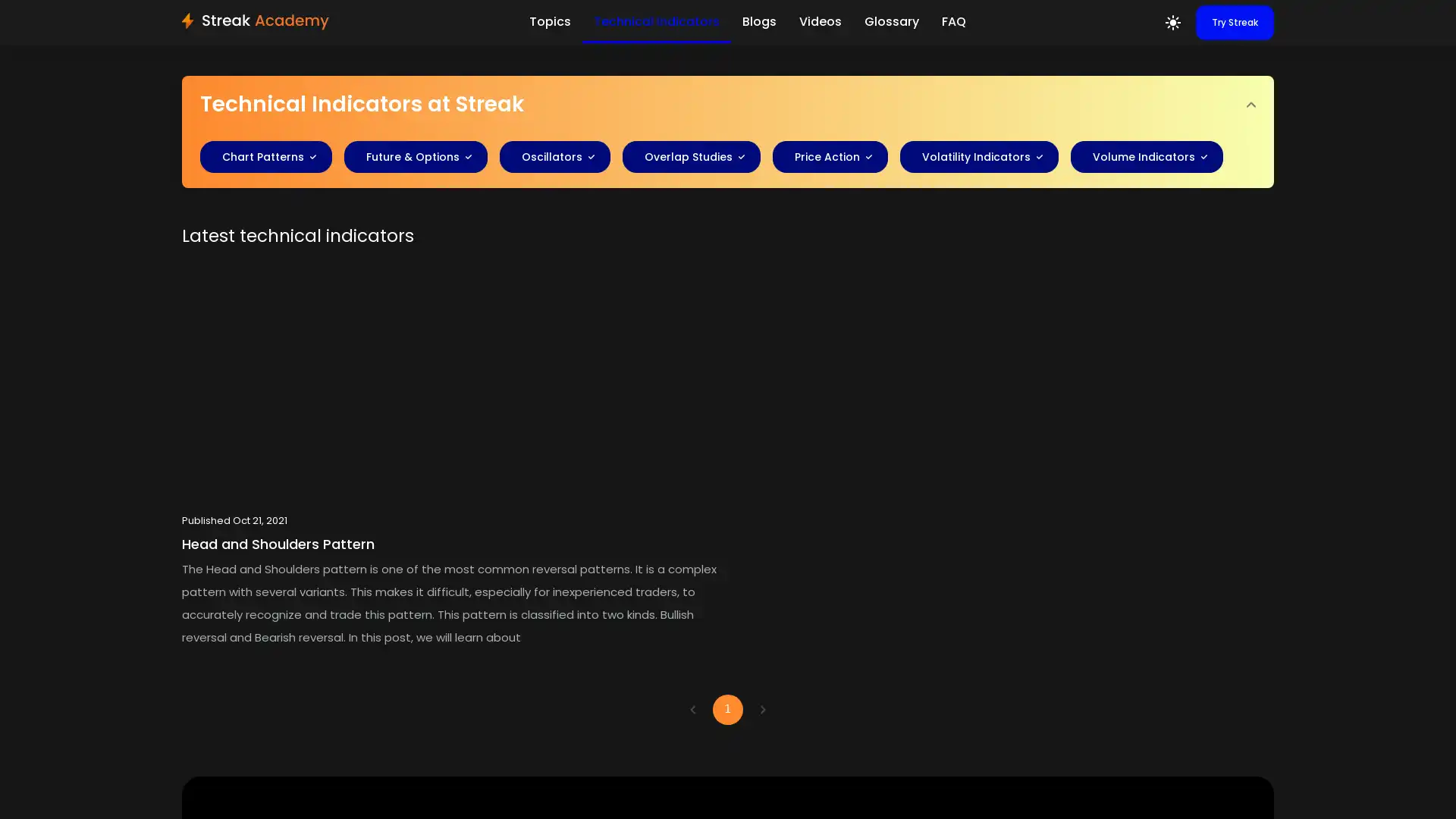  I want to click on Technical Indicators at Streak, so click(728, 104).